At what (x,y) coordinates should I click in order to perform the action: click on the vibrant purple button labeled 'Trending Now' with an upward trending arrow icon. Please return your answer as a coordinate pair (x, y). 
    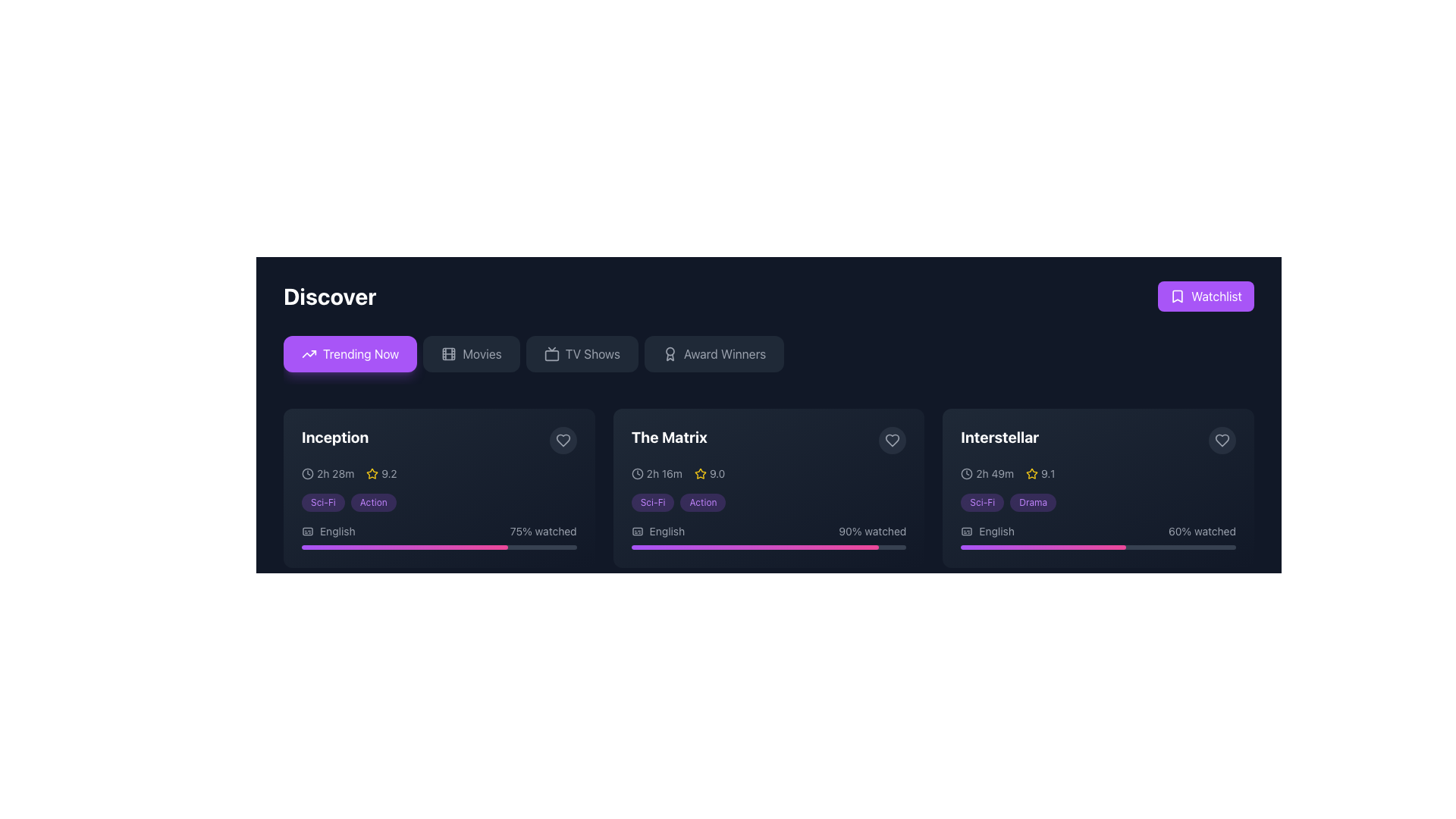
    Looking at the image, I should click on (350, 353).